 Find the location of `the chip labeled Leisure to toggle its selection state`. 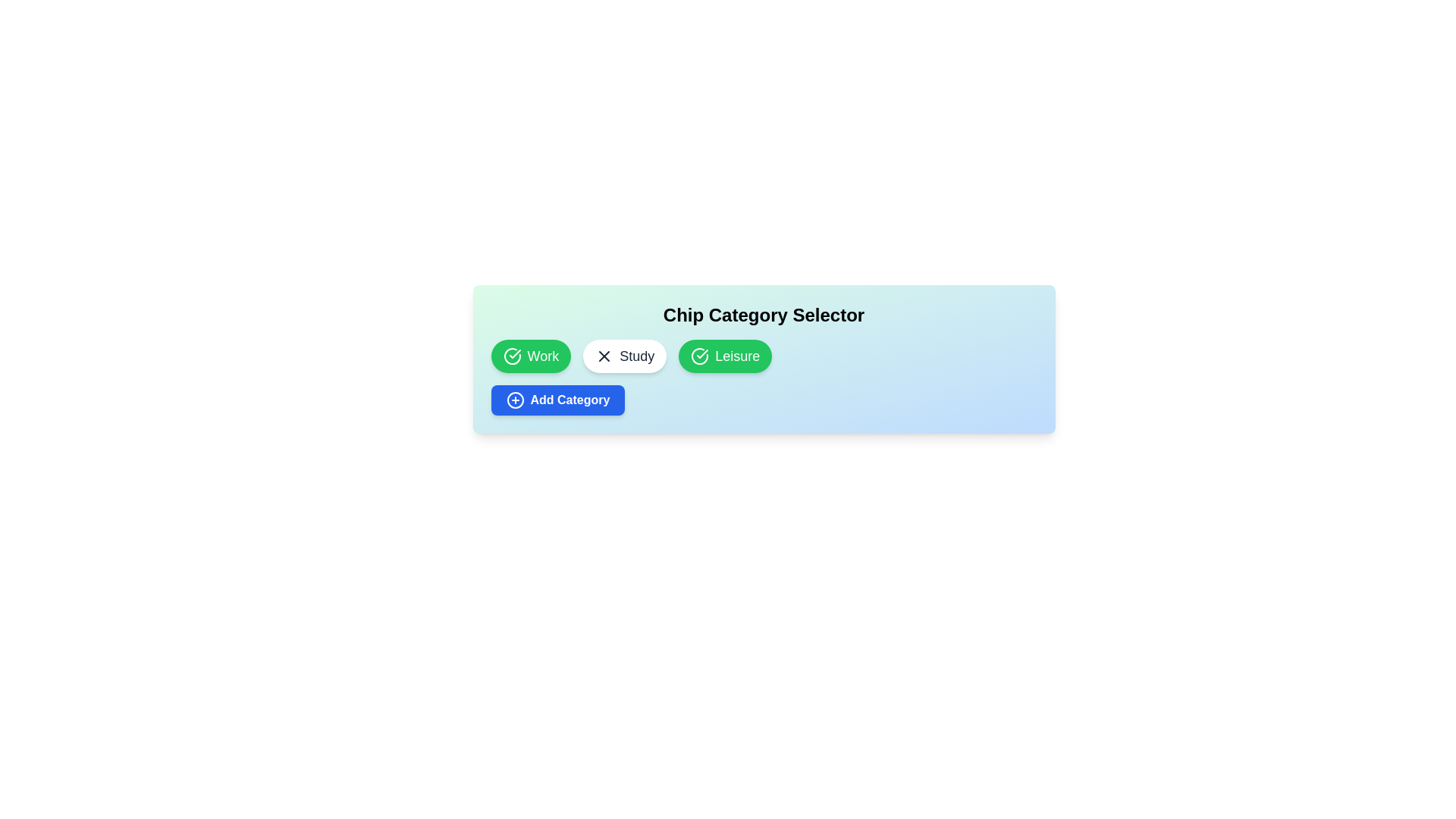

the chip labeled Leisure to toggle its selection state is located at coordinates (724, 356).